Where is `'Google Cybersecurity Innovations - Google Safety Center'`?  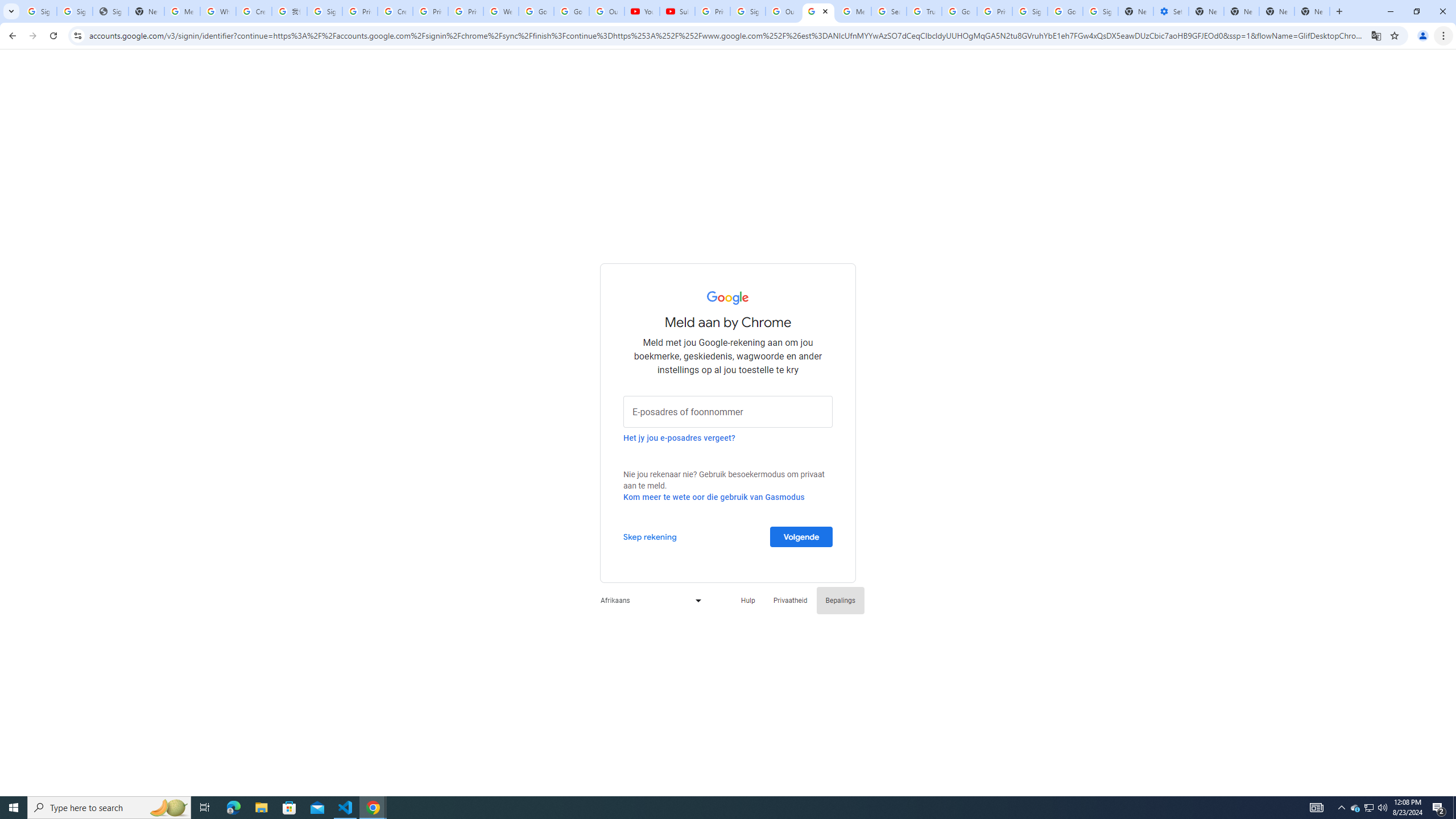 'Google Cybersecurity Innovations - Google Safety Center' is located at coordinates (1064, 11).